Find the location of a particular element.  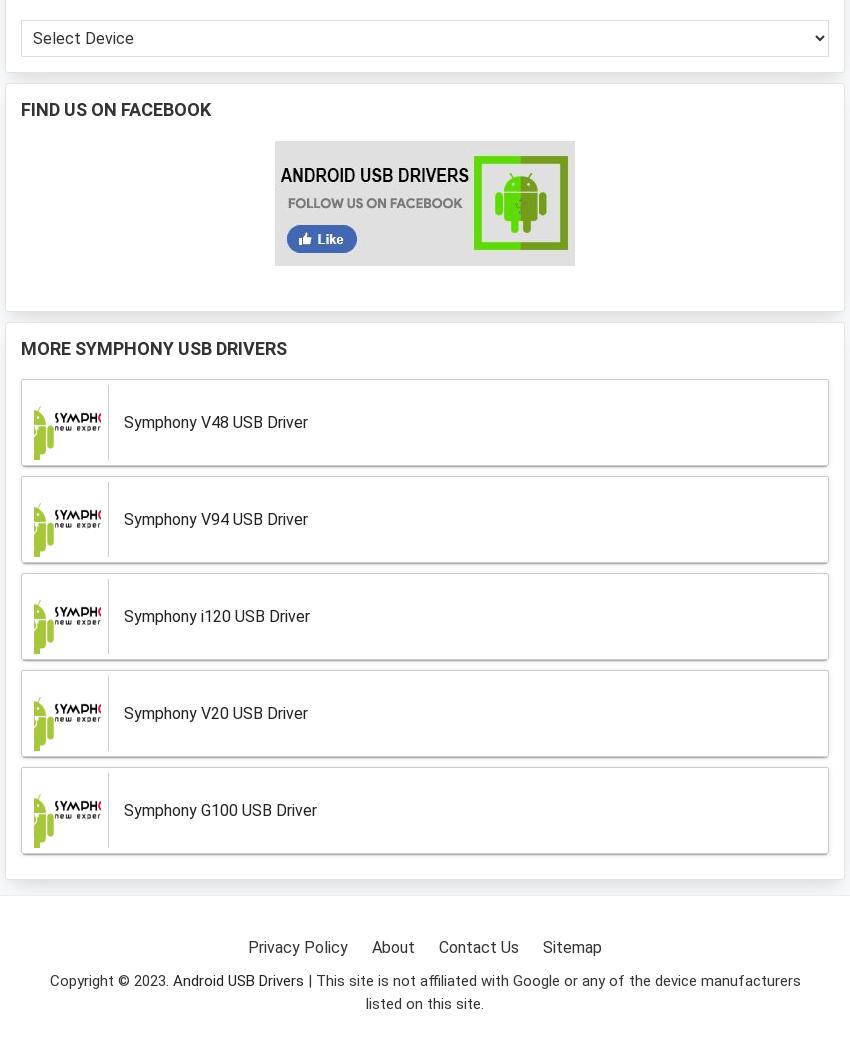

'| This site is not affiliated with Google or any of the device manufacturers listed on this site.' is located at coordinates (303, 992).